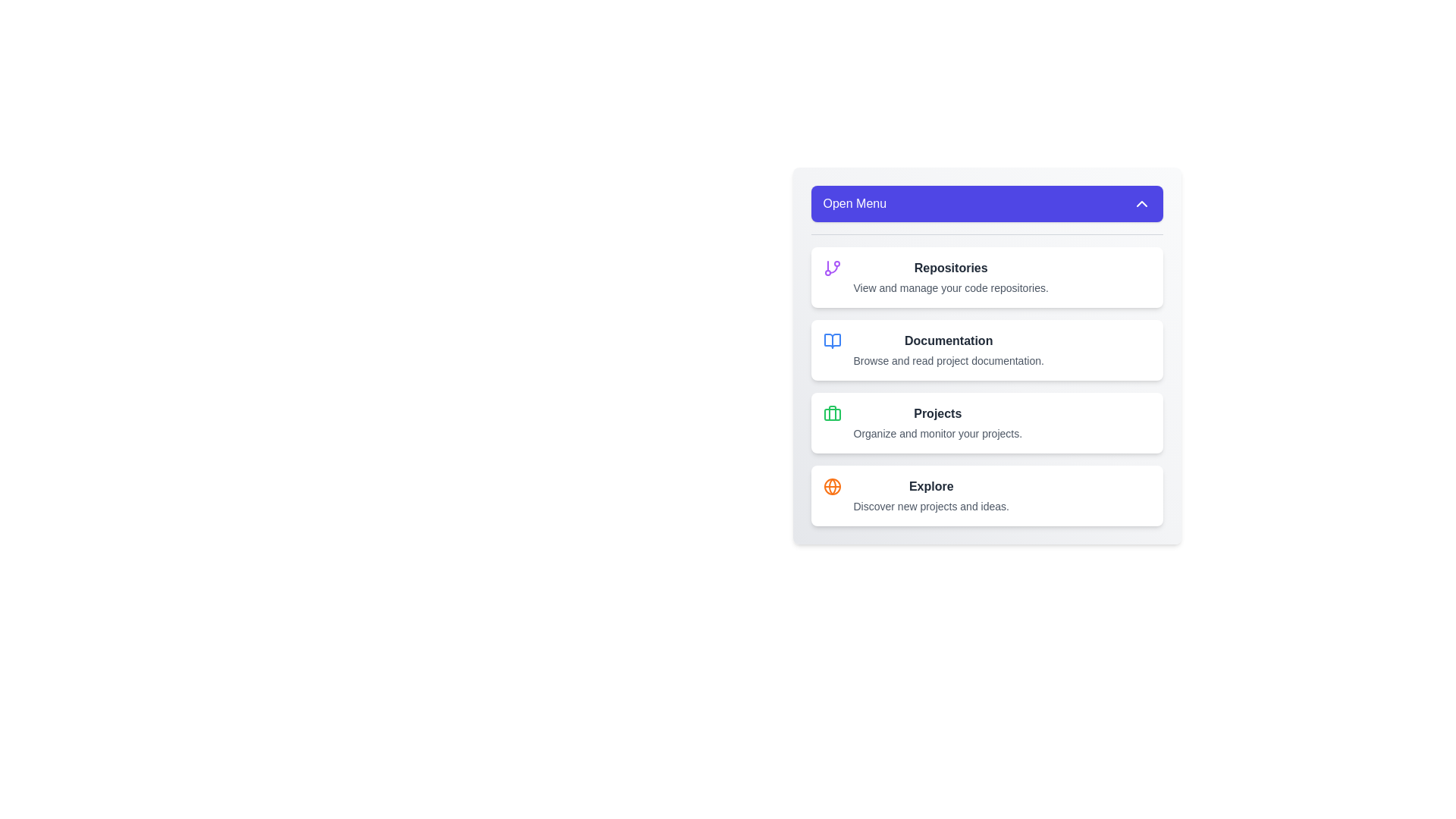 The image size is (1456, 819). What do you see at coordinates (831, 341) in the screenshot?
I see `the lower part of the 'open book' icon representing the 'Documentation' section for interaction if linked` at bounding box center [831, 341].